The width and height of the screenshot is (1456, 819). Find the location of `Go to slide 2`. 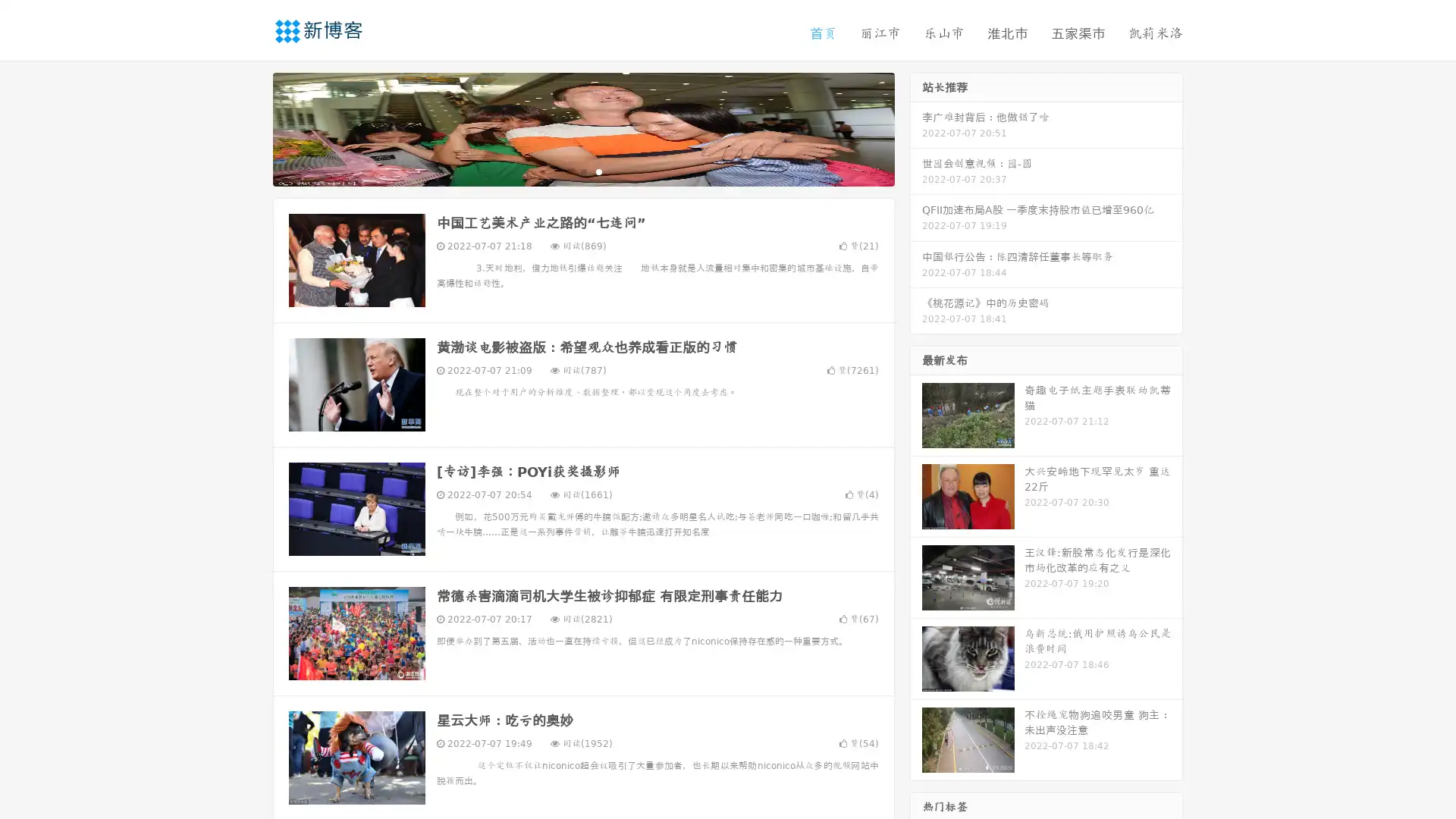

Go to slide 2 is located at coordinates (582, 171).